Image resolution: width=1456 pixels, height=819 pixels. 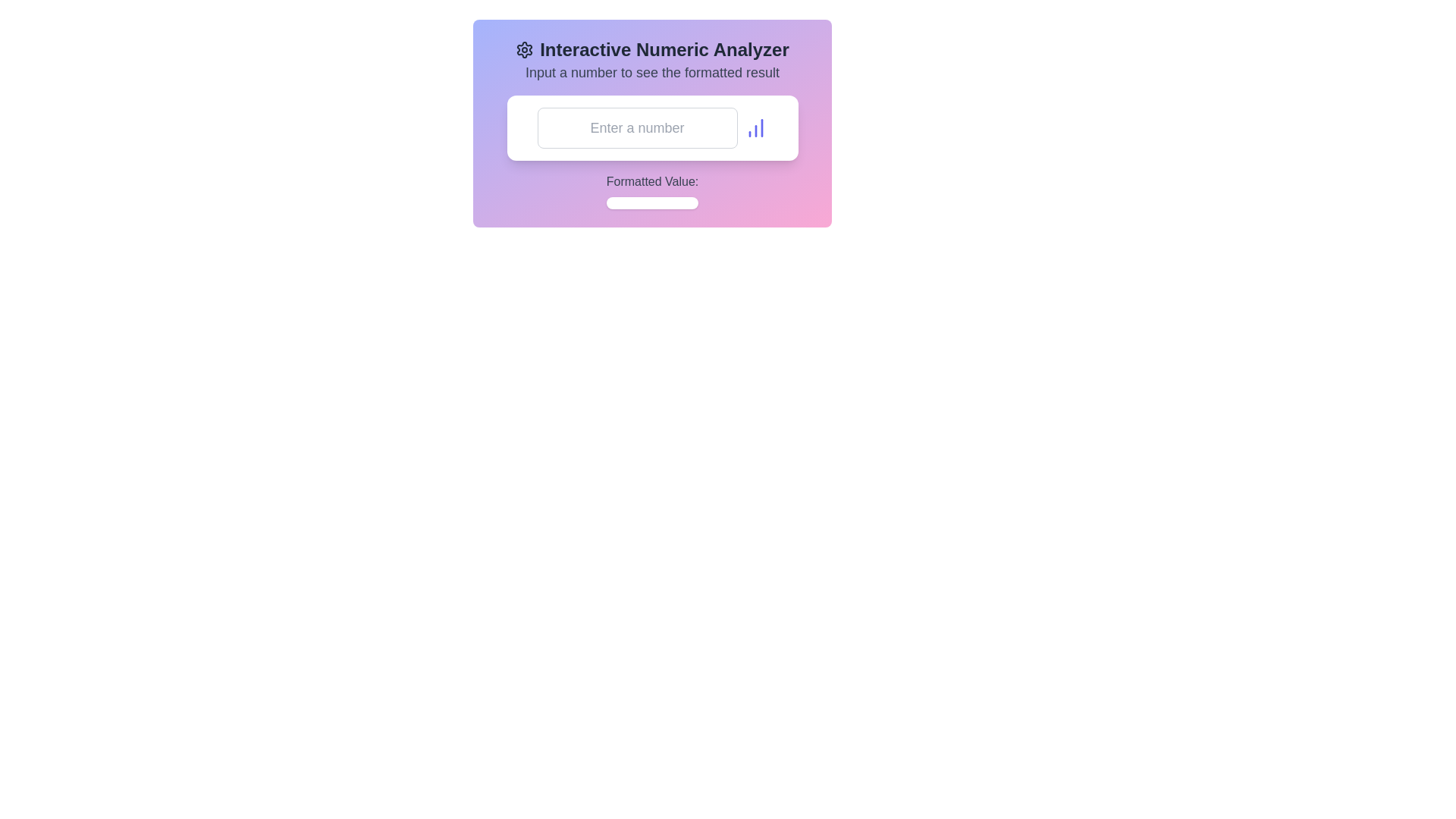 I want to click on the settings icon located in the upper-left corner of the 'Interactive Numeric Analyzer' card, so click(x=525, y=49).